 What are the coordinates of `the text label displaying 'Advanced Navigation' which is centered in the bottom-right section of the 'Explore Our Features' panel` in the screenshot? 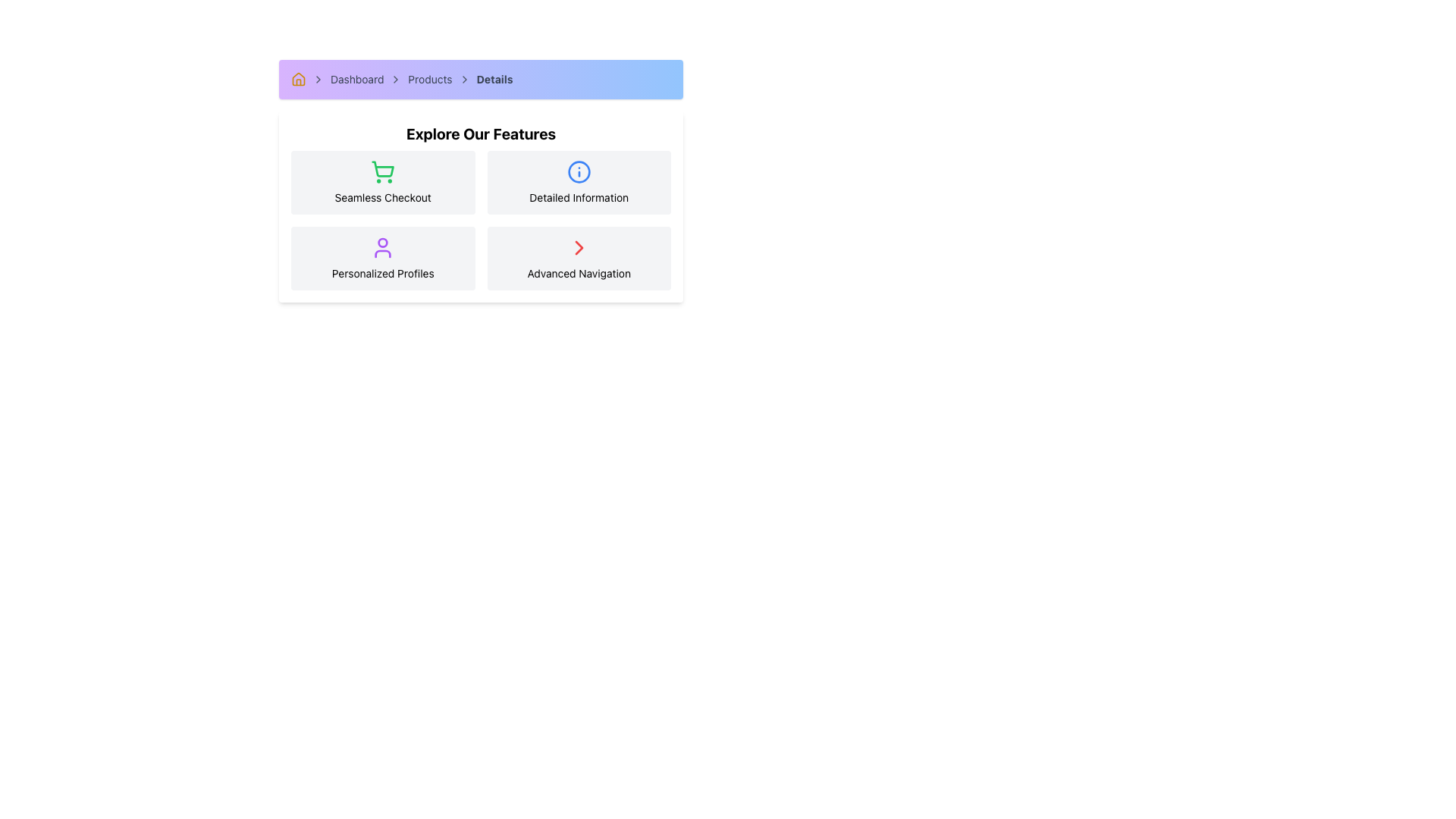 It's located at (578, 274).